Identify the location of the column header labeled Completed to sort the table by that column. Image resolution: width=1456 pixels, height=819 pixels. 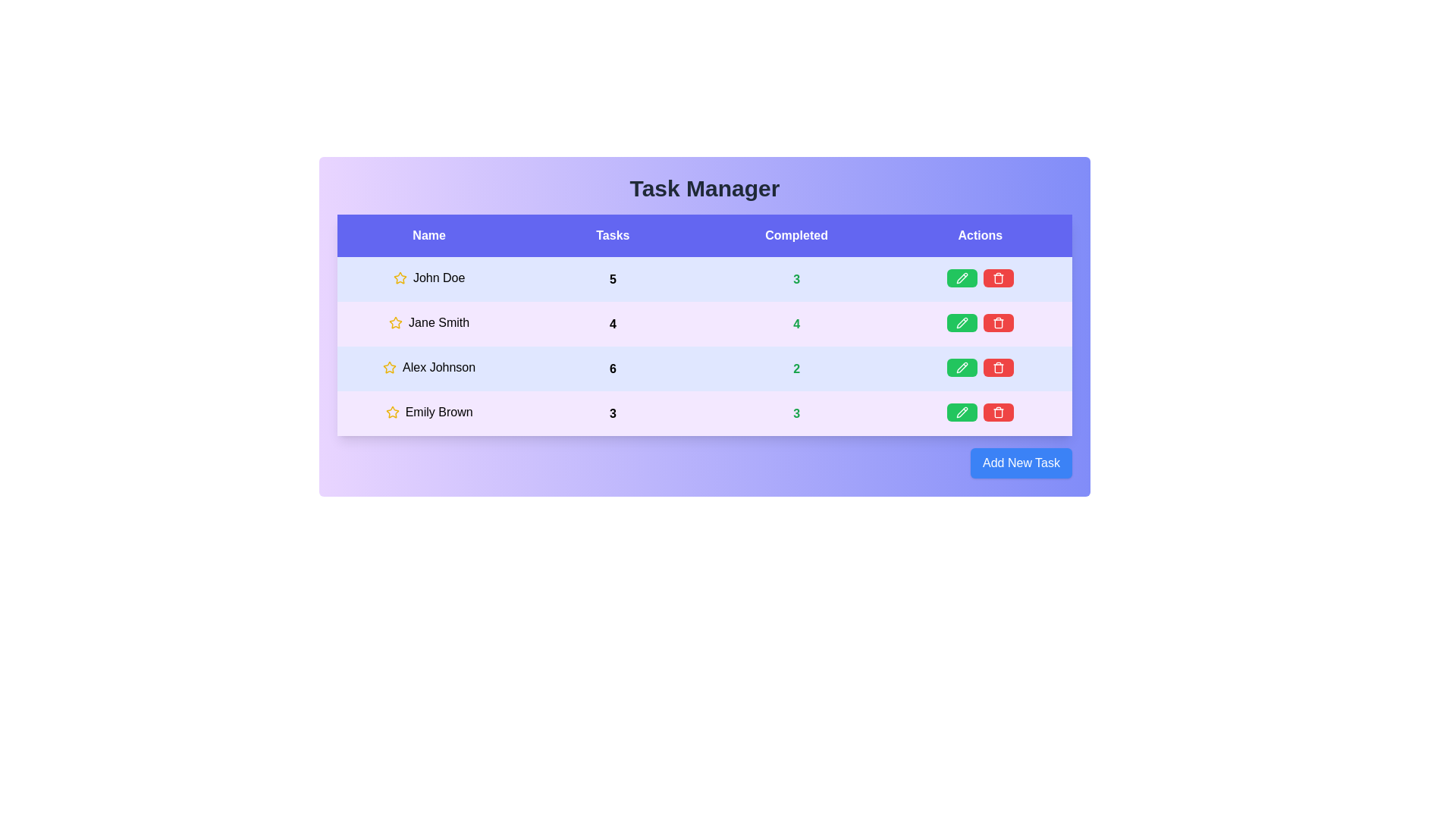
(796, 236).